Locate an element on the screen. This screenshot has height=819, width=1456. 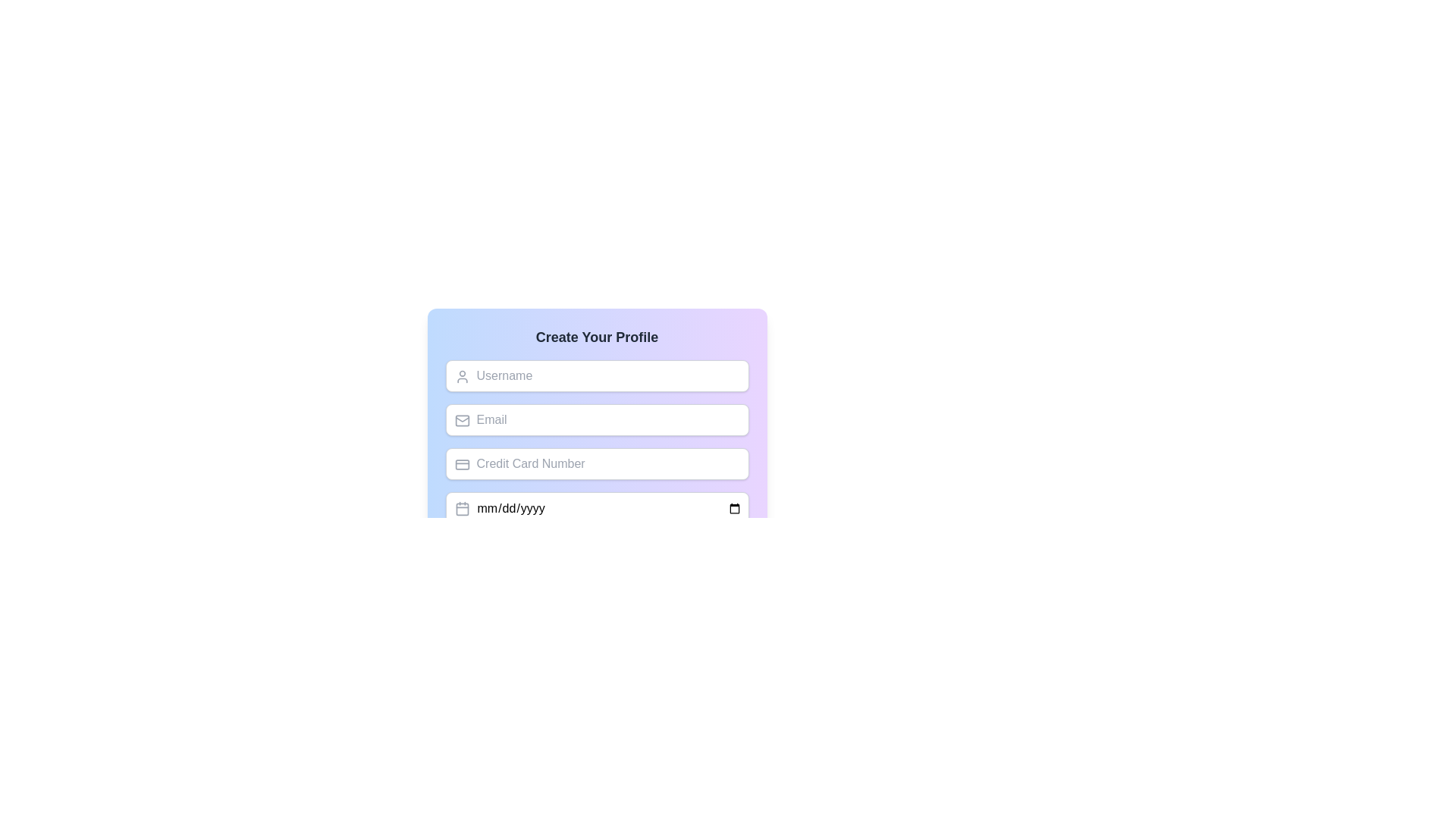
the user profile icon, which is a gray circular icon representing a person, located next to the 'Username' text input field is located at coordinates (461, 376).